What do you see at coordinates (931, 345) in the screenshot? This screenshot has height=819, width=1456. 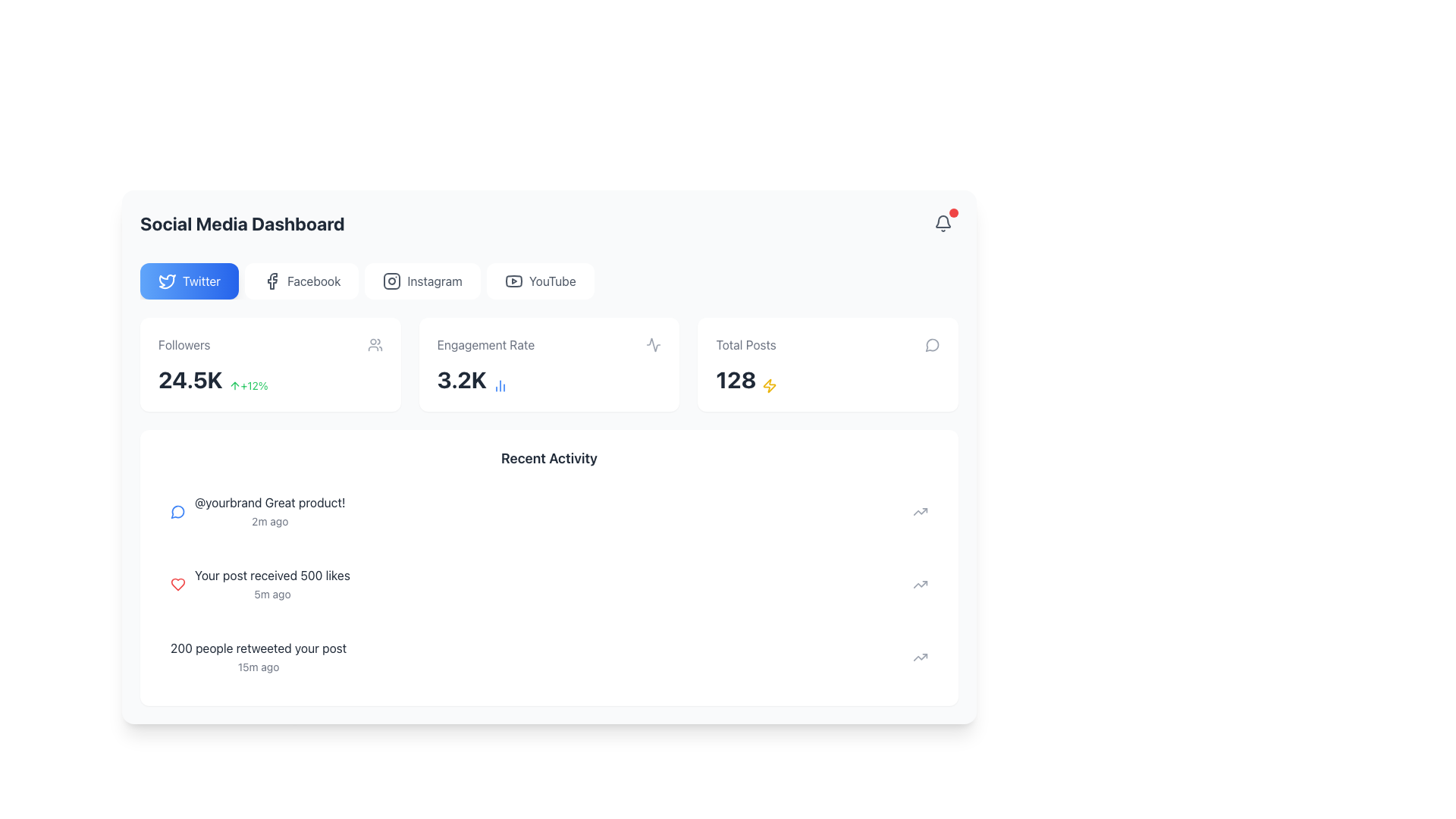 I see `the circular icon with a message bubble design, located near the top-right corner of the user interface, slightly below and to the left of the bell icon` at bounding box center [931, 345].